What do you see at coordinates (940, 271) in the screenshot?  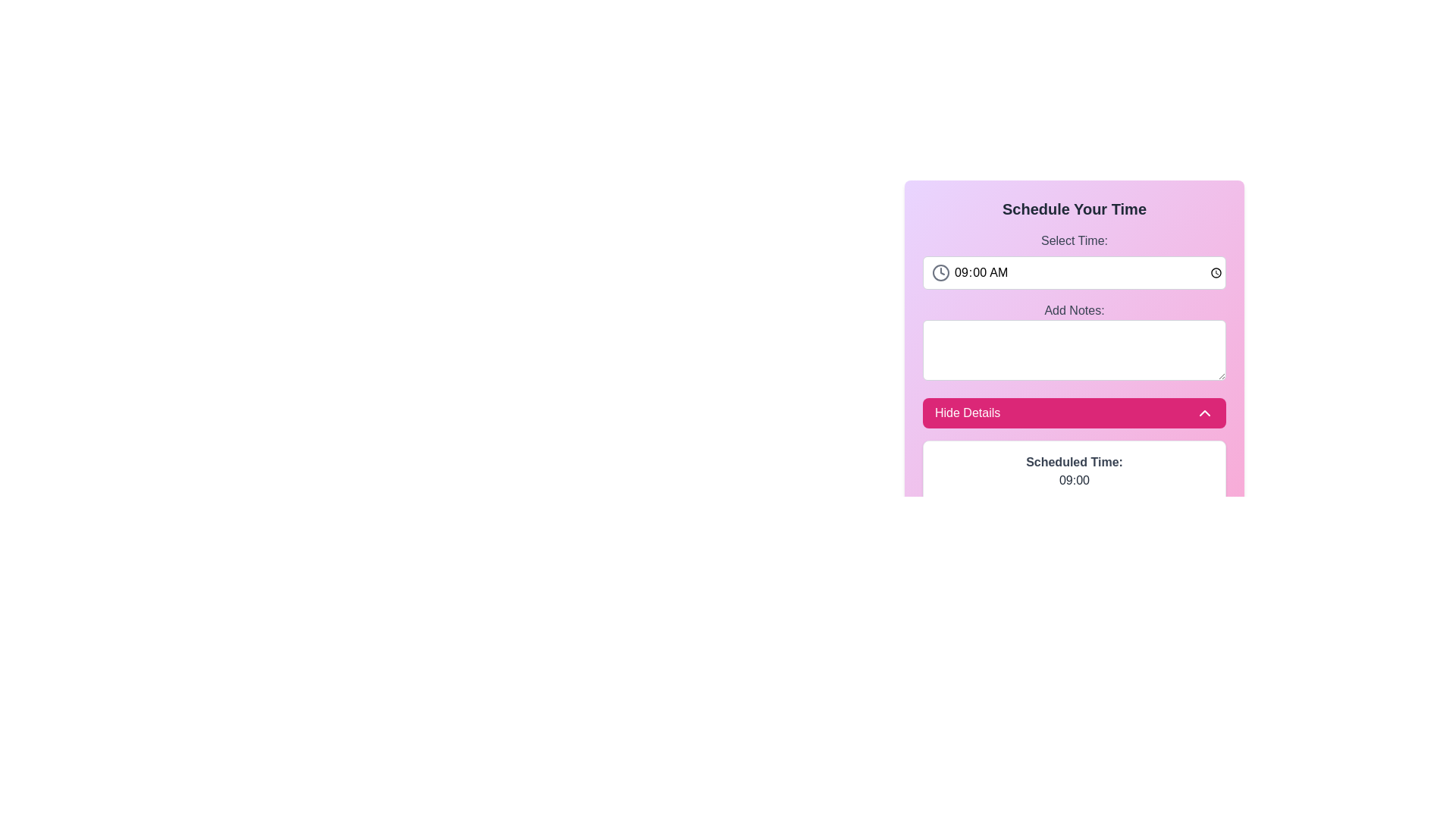 I see `the graphical representation of the clock's face located to the left of the 'Select Time' input field` at bounding box center [940, 271].